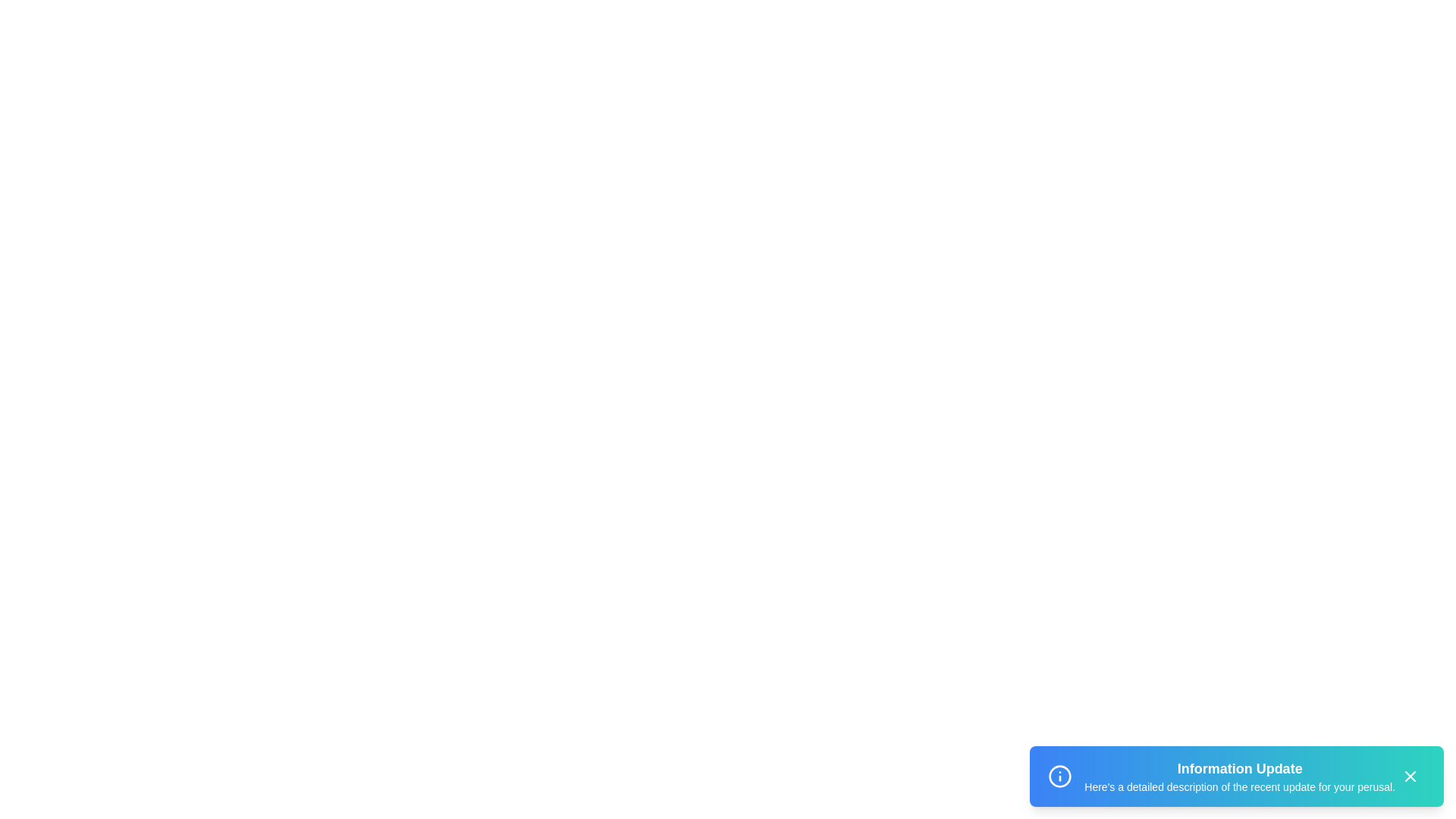 This screenshot has height=819, width=1456. Describe the element at coordinates (1410, 776) in the screenshot. I see `the close button to dismiss the notification` at that location.